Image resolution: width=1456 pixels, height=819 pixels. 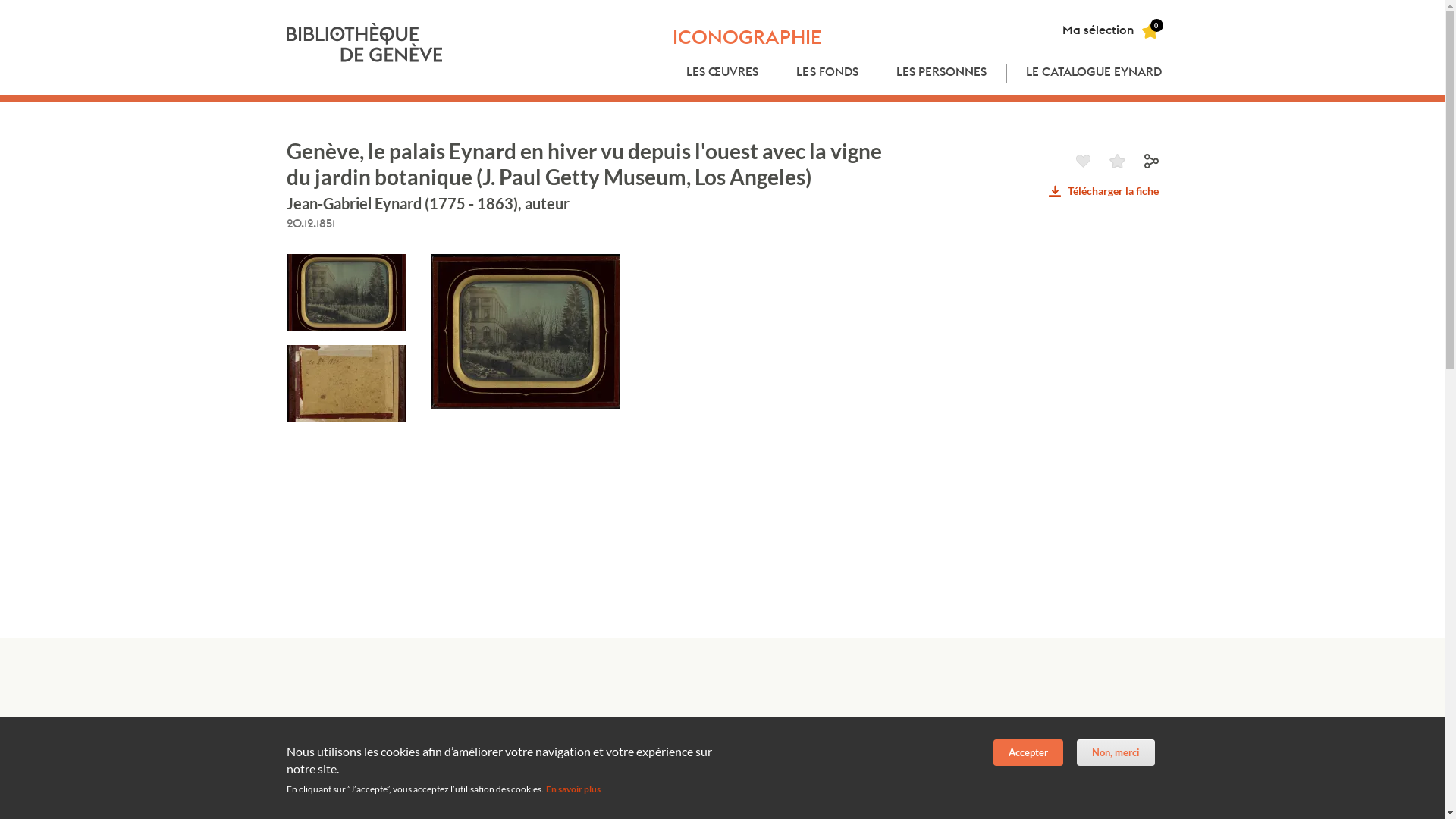 I want to click on 'Non, merci', so click(x=1116, y=752).